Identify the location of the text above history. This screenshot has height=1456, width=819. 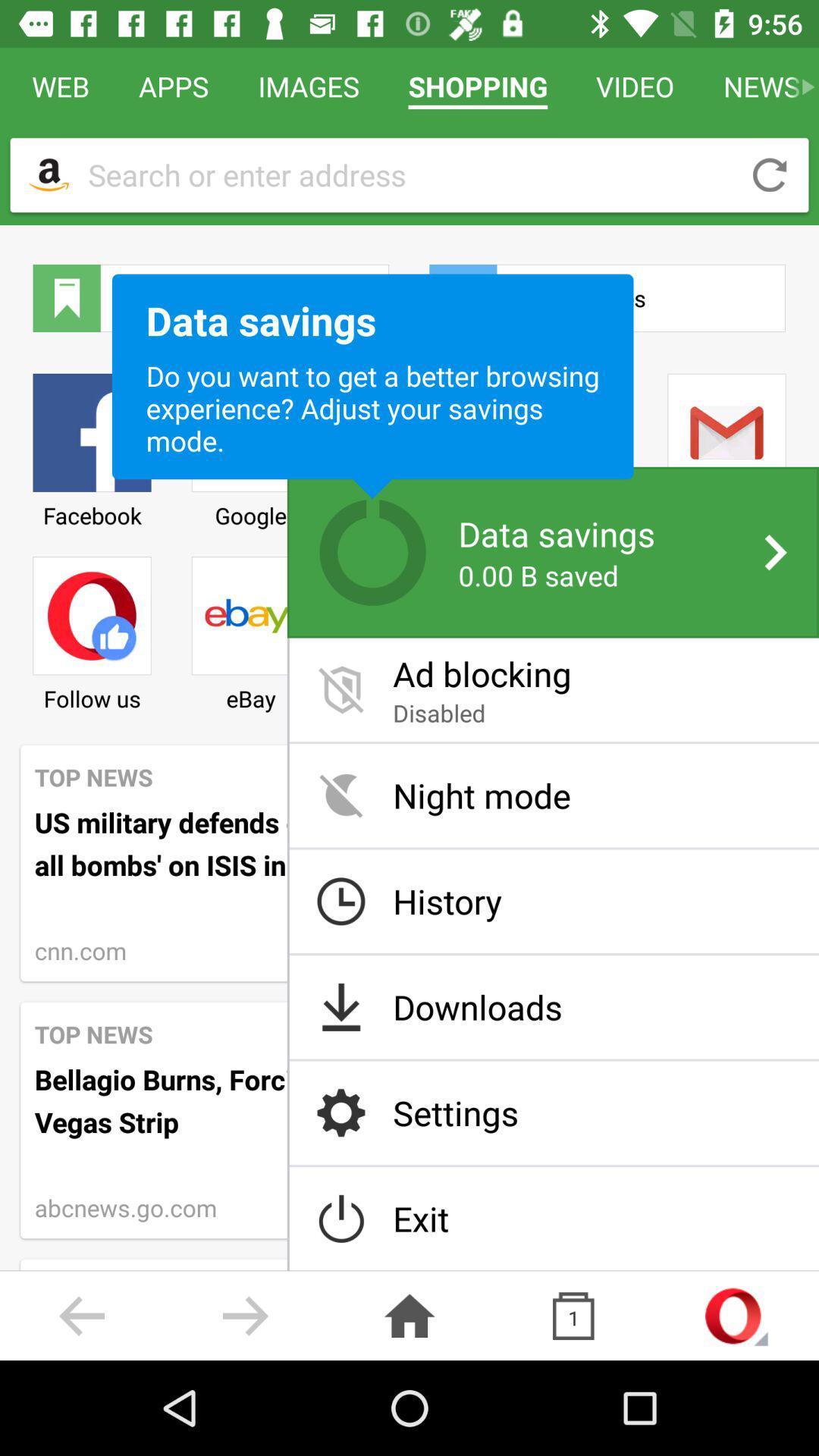
(554, 795).